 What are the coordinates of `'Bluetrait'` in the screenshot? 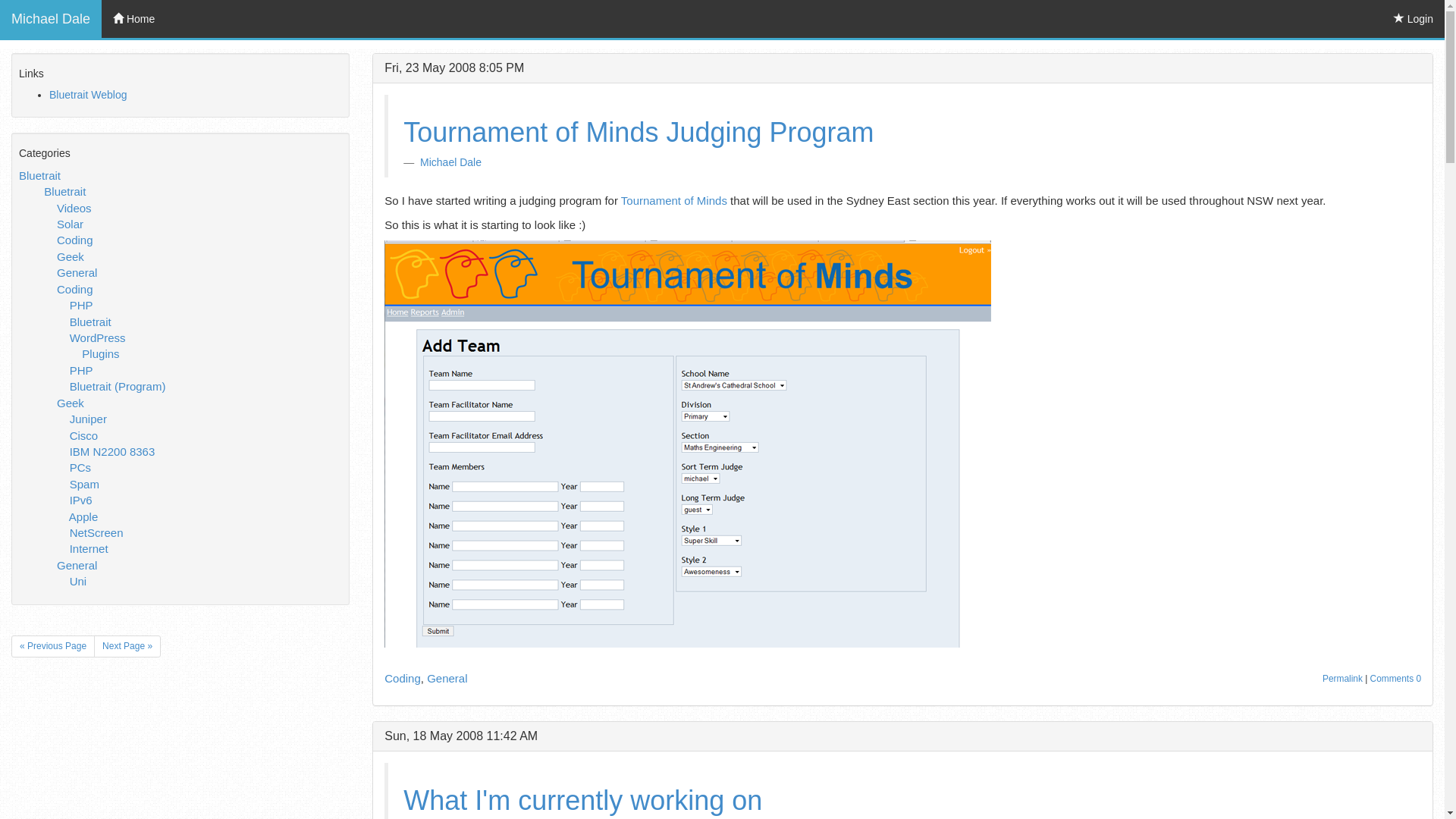 It's located at (43, 190).